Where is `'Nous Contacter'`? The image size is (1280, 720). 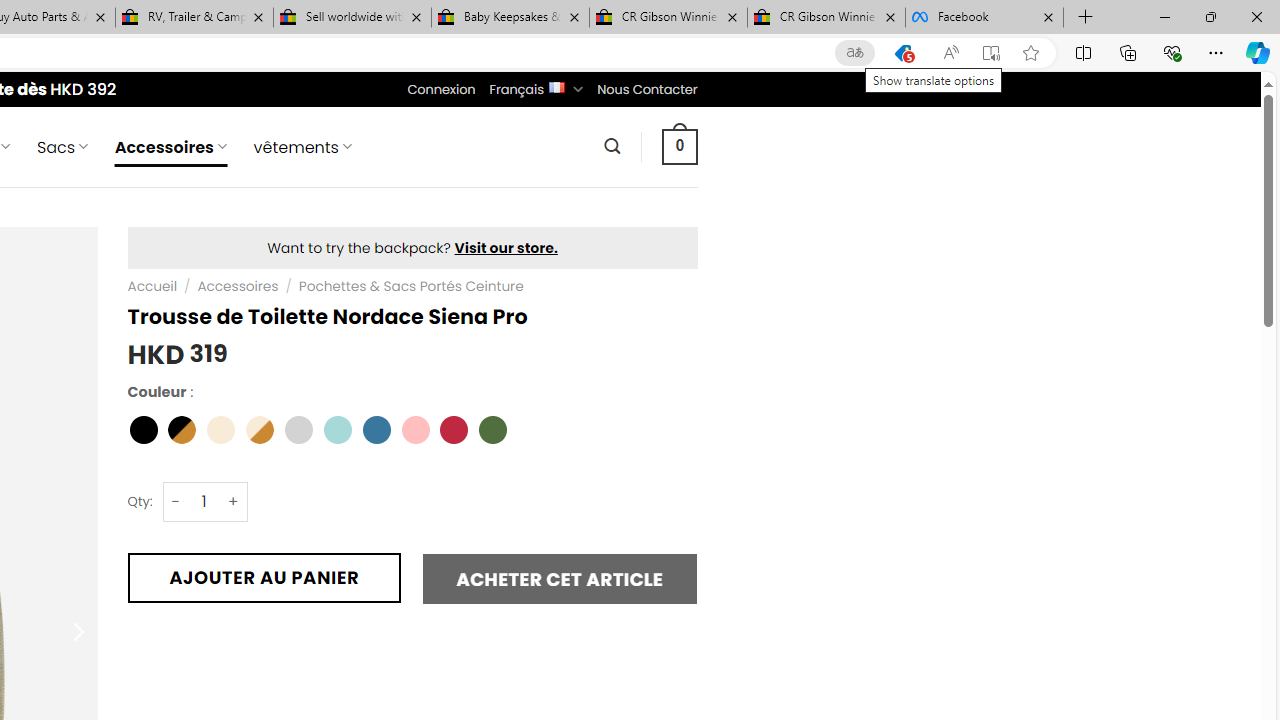 'Nous Contacter' is located at coordinates (647, 88).